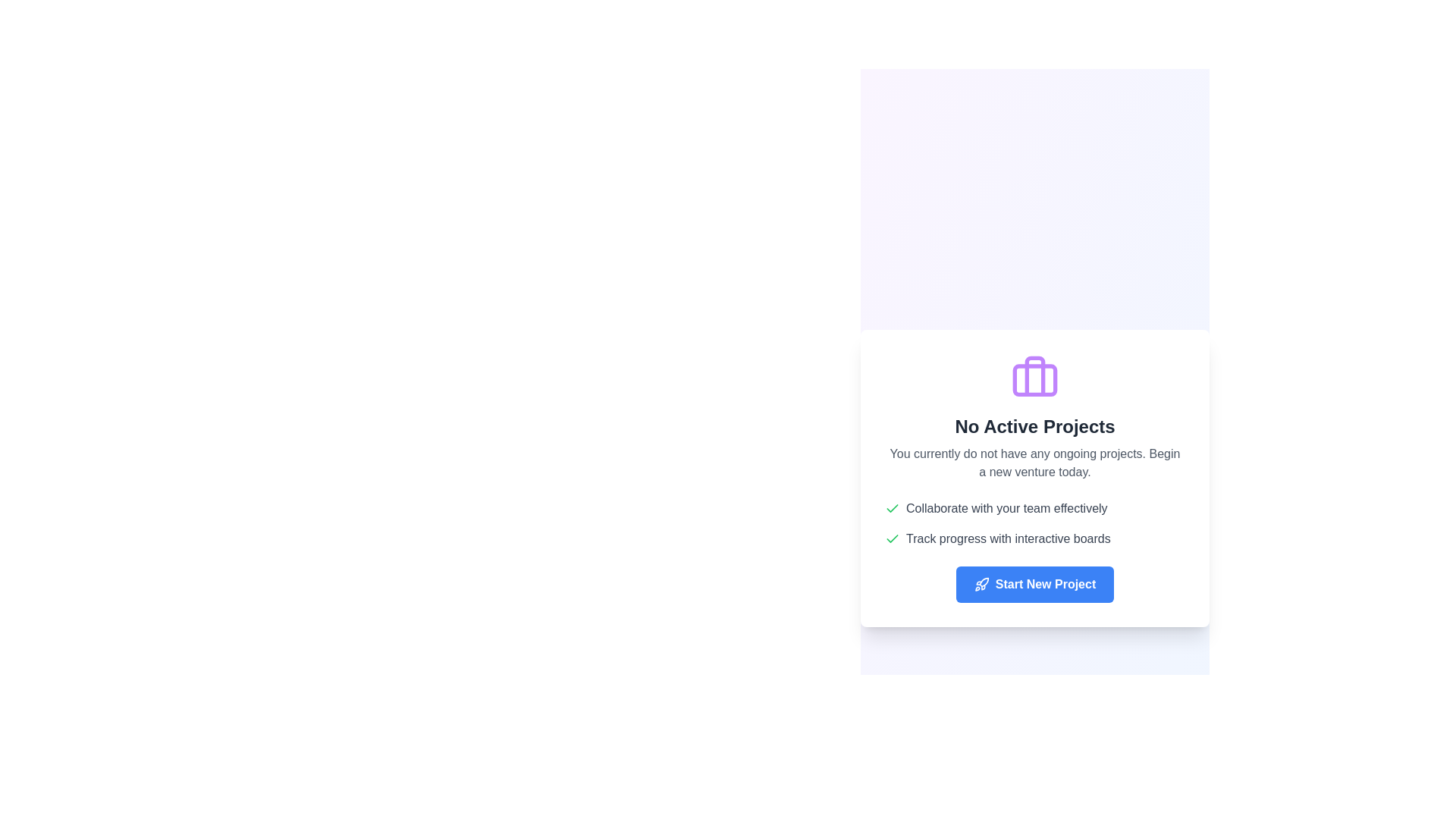 The height and width of the screenshot is (819, 1456). Describe the element at coordinates (1006, 509) in the screenshot. I see `the Text Label that informs users about effective collaboration with their team, located under the 'No Active Projects' heading and to the right of a green check icon` at that location.